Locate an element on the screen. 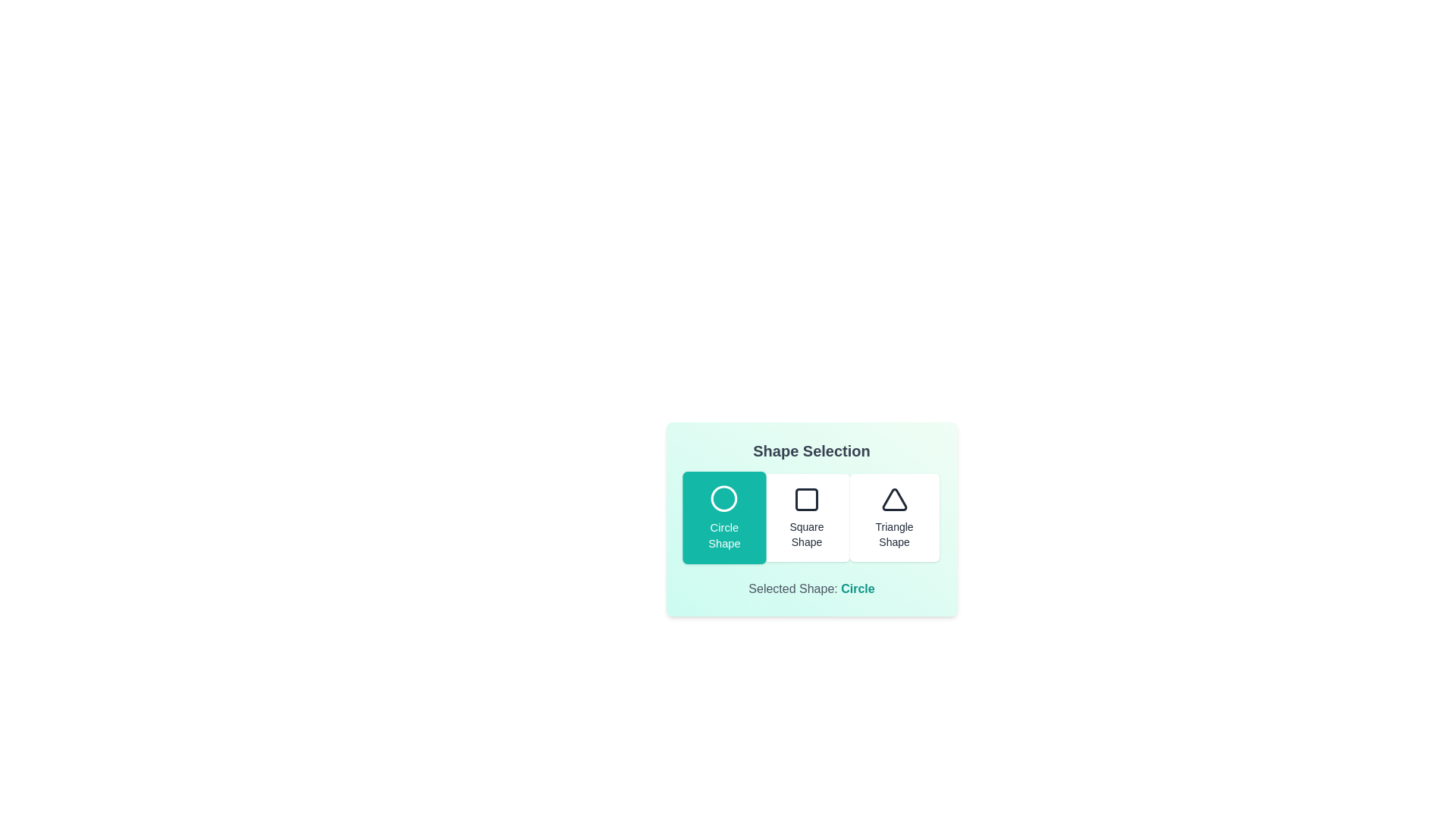 This screenshot has height=819, width=1456. the triangle button to observe its hover effect is located at coordinates (894, 516).